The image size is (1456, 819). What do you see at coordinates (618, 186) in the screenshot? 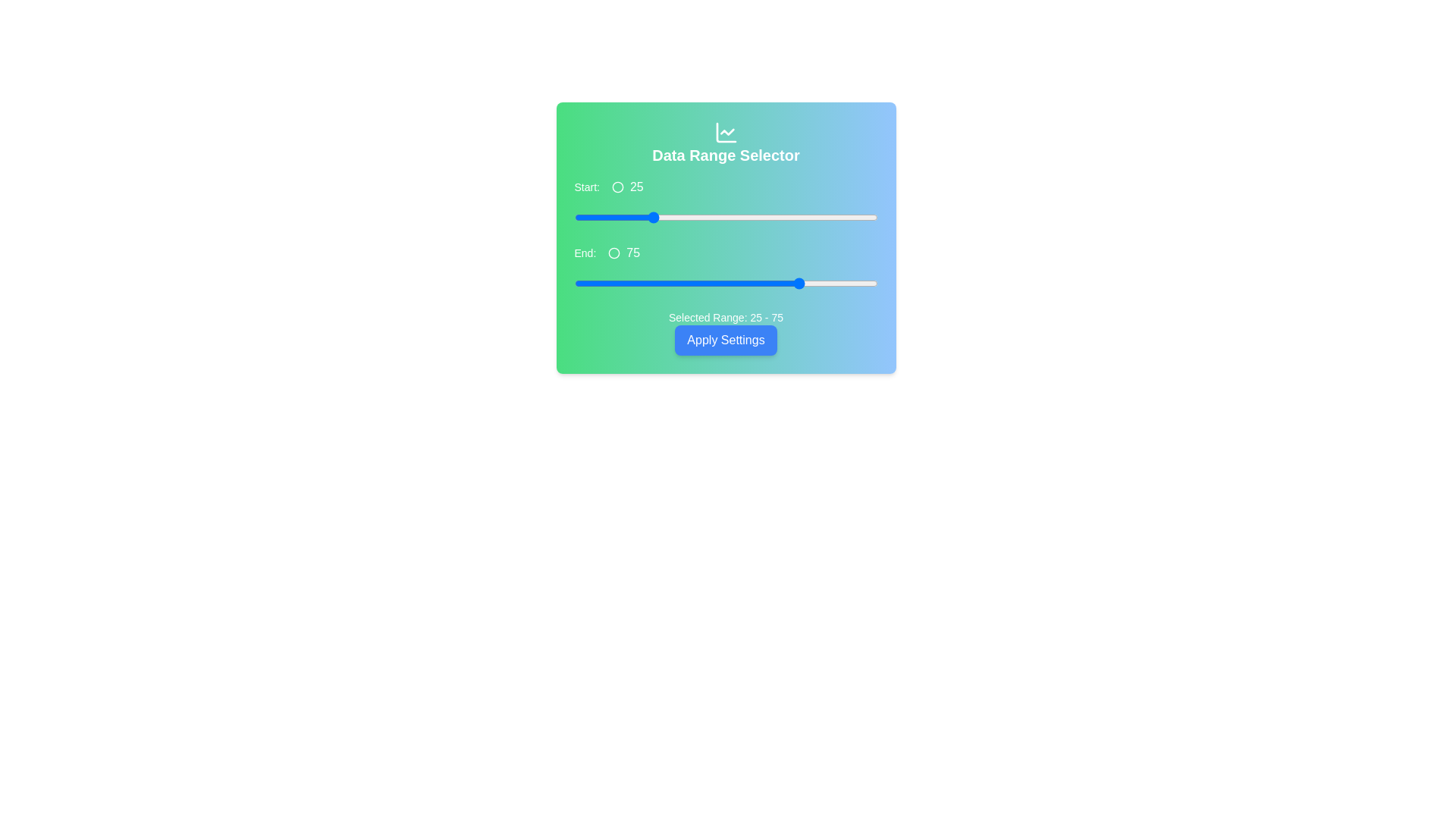
I see `the Circle icon or graphical marker that visually emphasizes the starting range value '25', located just after the text 'Start:' in the Data Range Selector panel` at bounding box center [618, 186].